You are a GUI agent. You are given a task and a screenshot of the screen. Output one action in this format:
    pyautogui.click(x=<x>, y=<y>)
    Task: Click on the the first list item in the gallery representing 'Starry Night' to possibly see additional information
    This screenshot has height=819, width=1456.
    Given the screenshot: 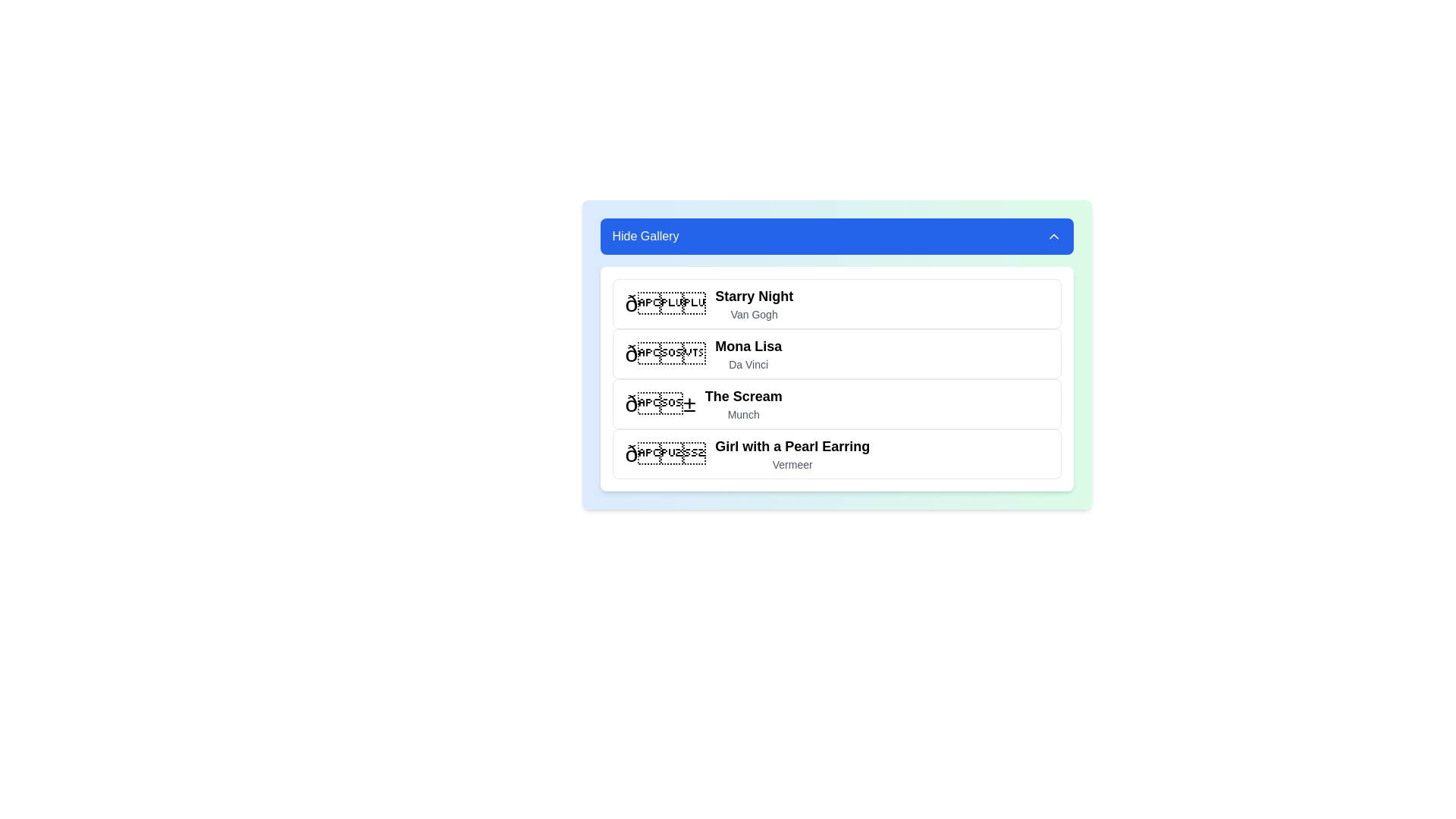 What is the action you would take?
    pyautogui.click(x=708, y=304)
    